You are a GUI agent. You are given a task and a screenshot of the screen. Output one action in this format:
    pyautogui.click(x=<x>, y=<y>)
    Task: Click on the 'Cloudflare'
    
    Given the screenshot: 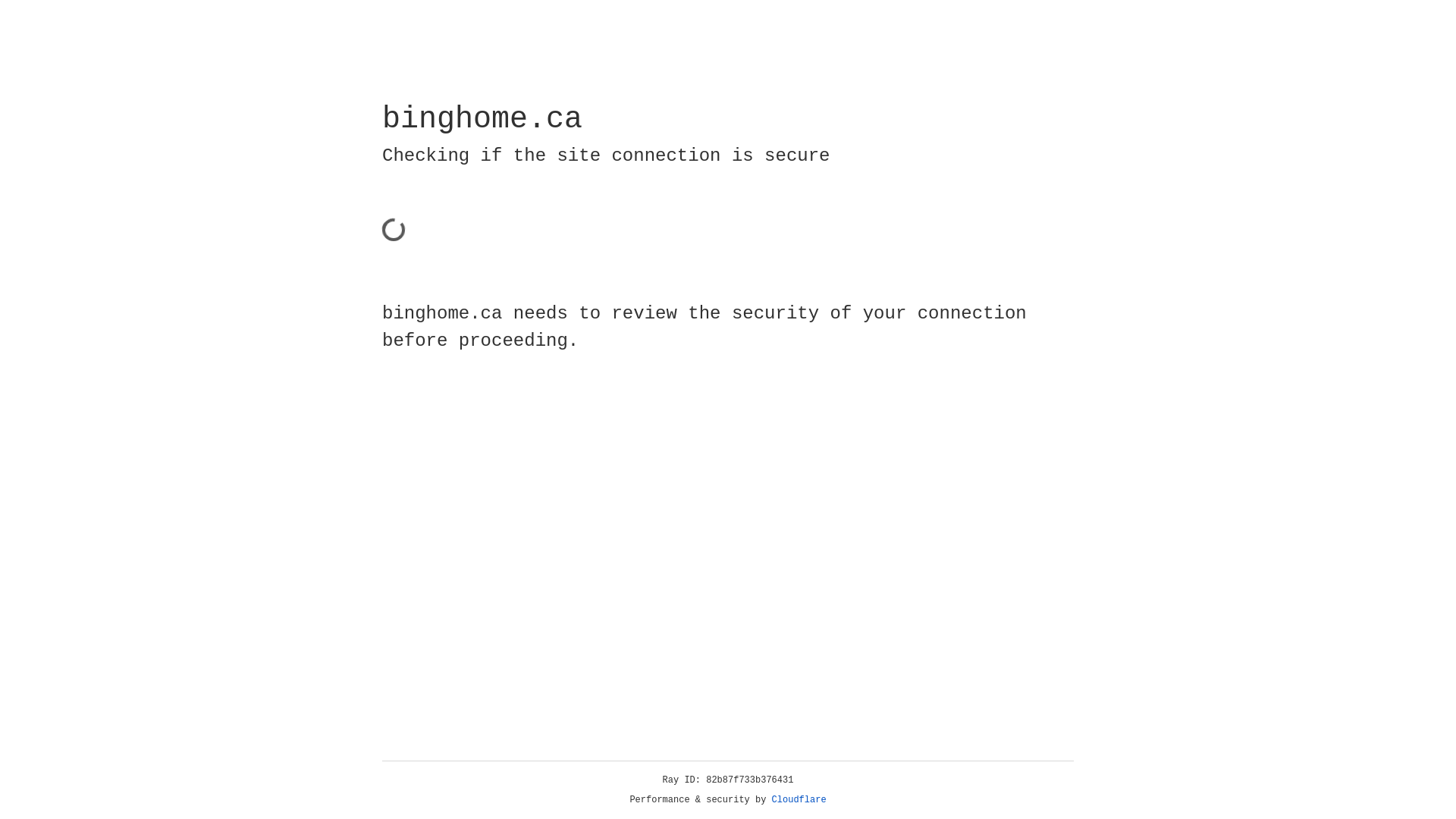 What is the action you would take?
    pyautogui.click(x=799, y=799)
    